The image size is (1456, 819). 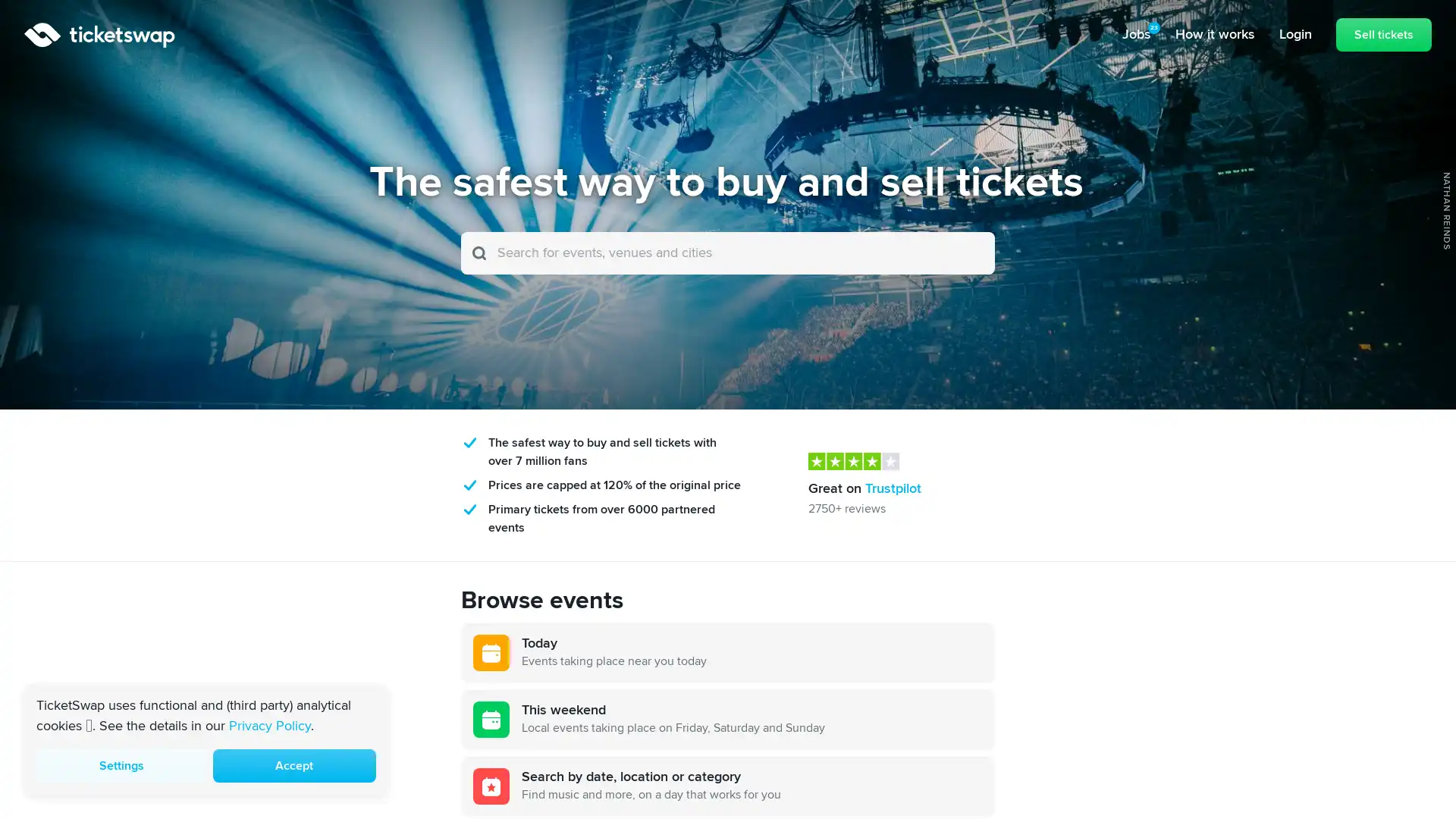 I want to click on Settings, so click(x=120, y=766).